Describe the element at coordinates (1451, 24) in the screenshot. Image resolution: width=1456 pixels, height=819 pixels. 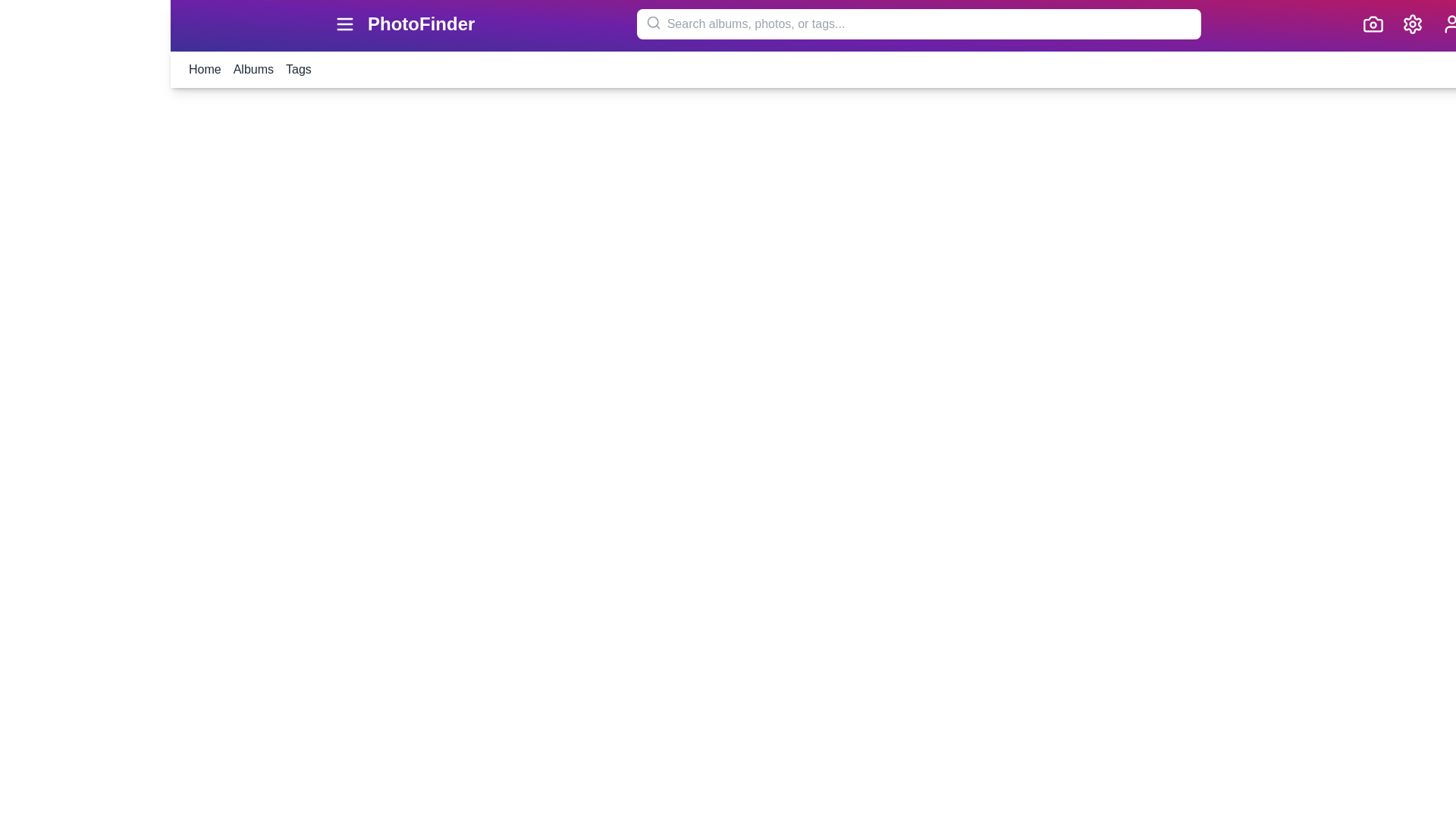
I see `the user icon to view the user profile or related options` at that location.